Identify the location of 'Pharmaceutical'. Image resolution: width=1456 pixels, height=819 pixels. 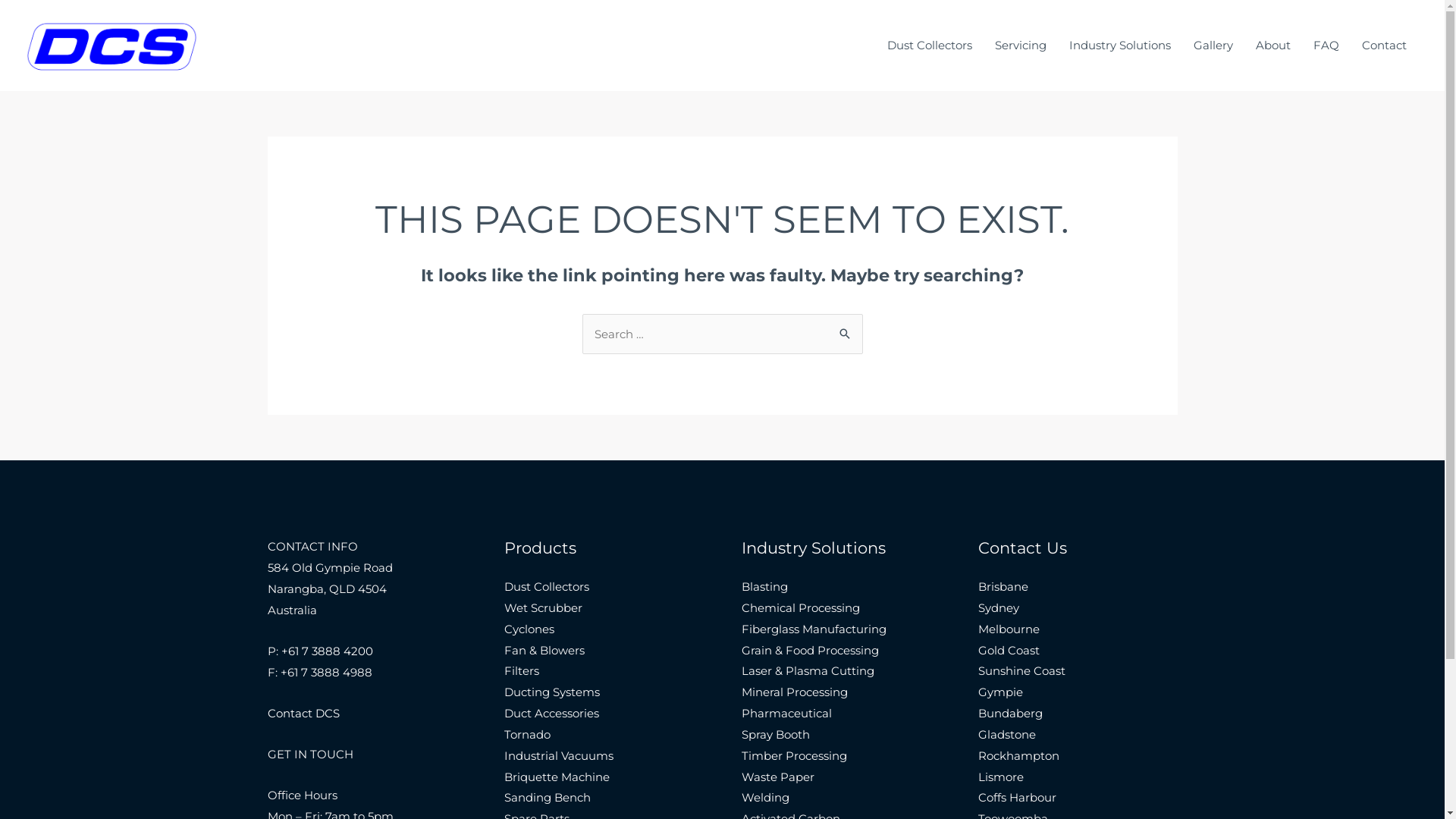
(786, 713).